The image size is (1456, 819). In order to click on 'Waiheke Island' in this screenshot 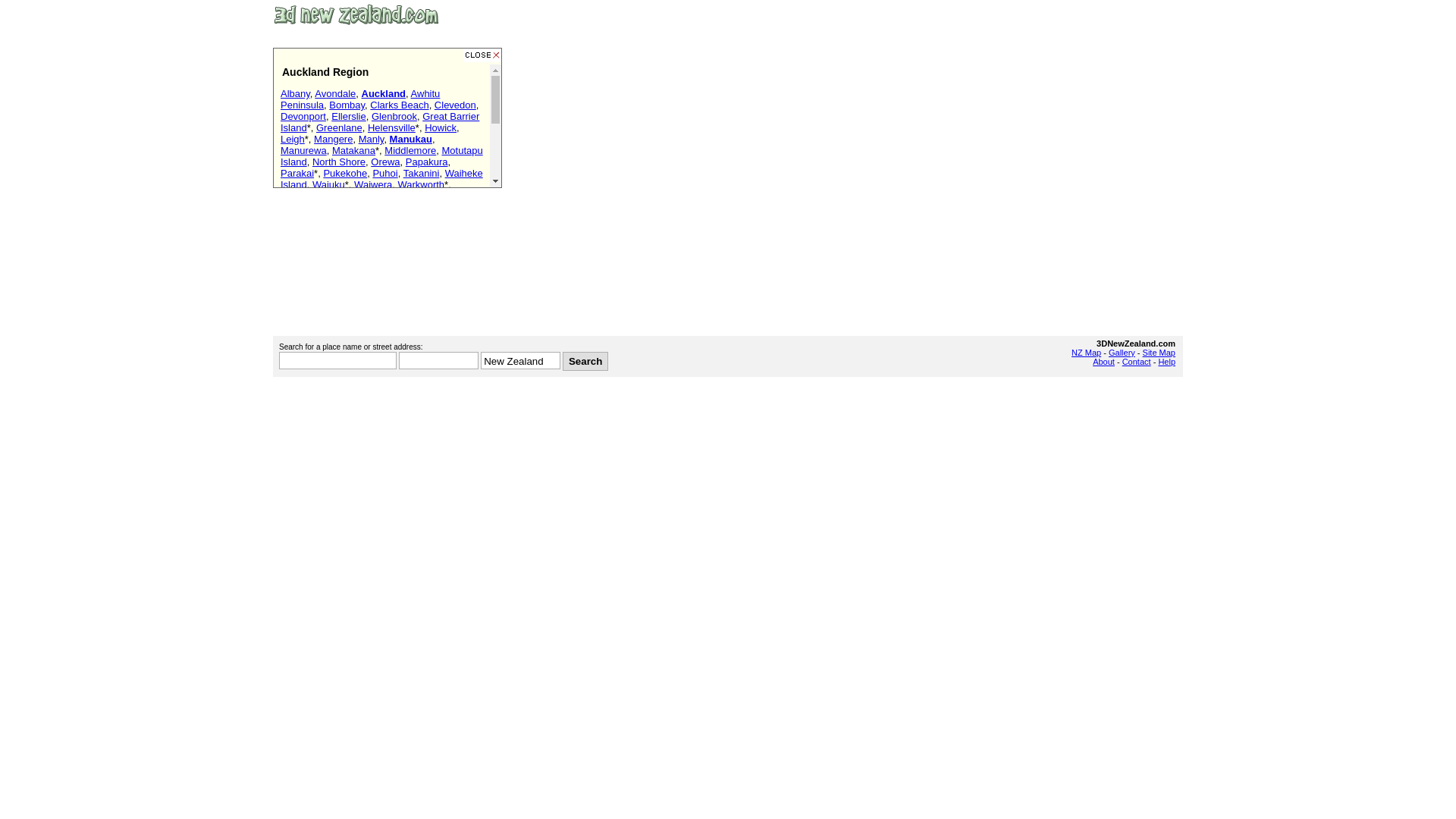, I will do `click(381, 177)`.